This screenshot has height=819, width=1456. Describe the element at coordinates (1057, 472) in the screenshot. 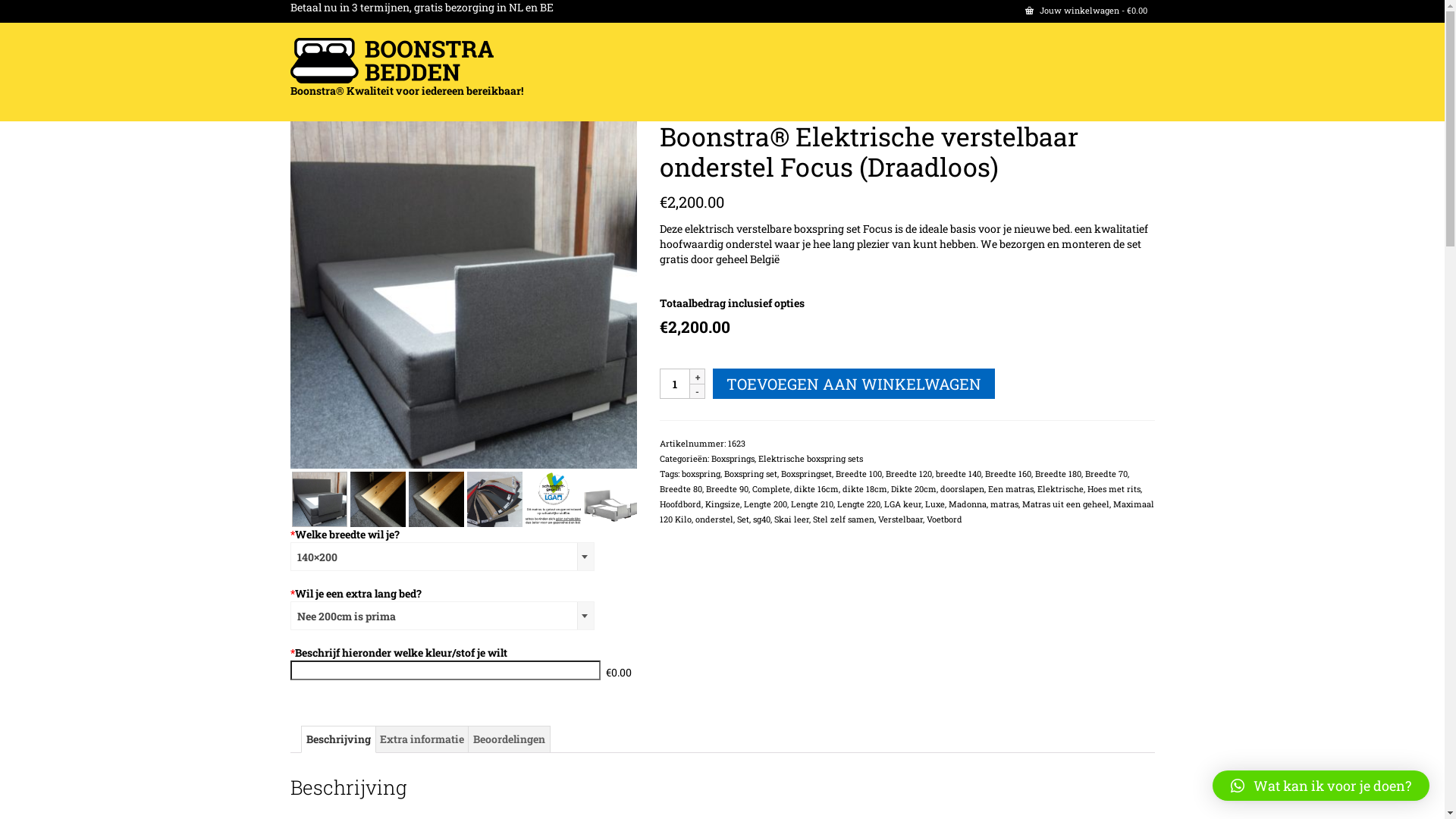

I see `'Breedte 180'` at that location.